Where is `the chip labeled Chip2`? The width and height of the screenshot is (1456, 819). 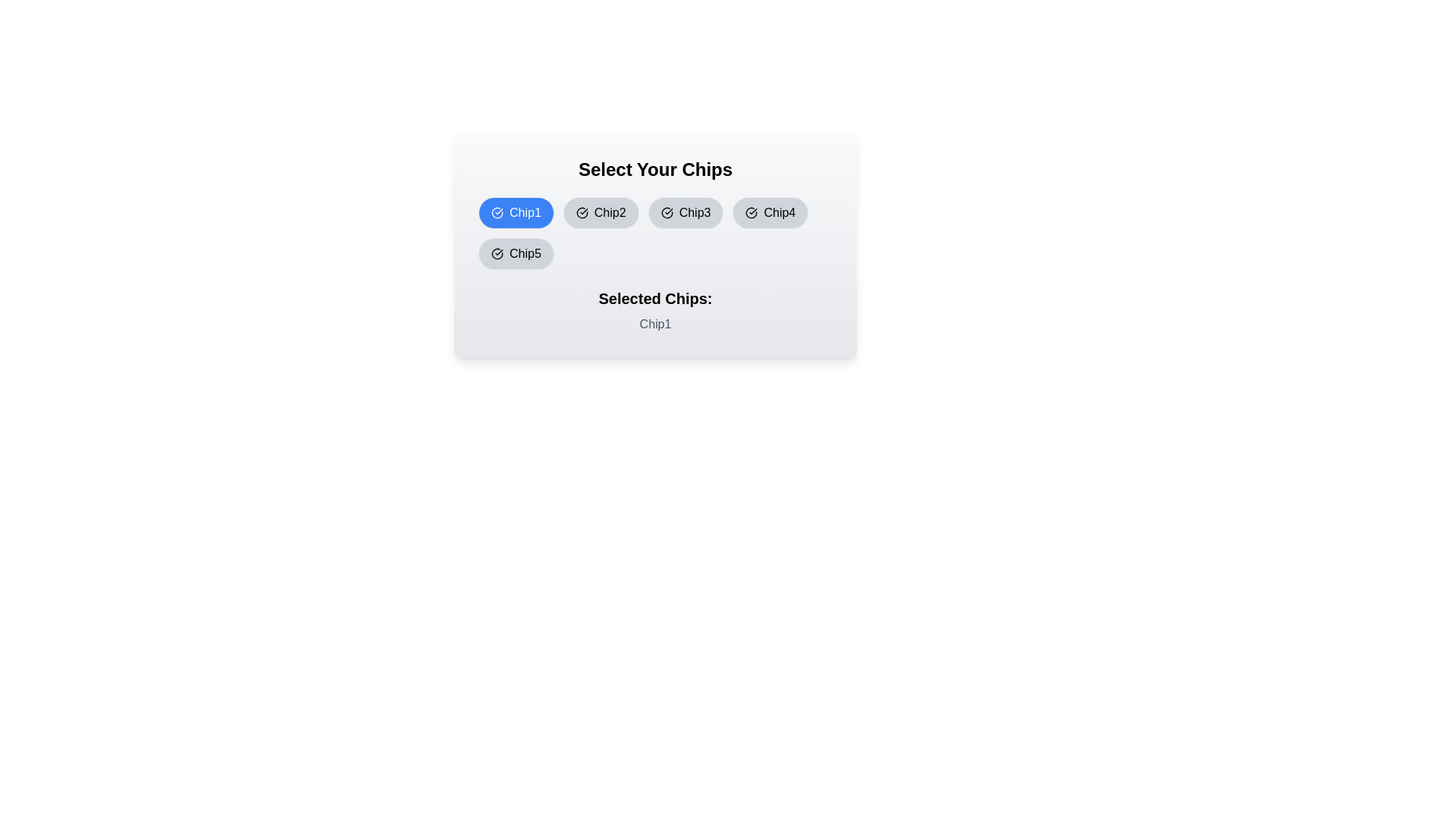
the chip labeled Chip2 is located at coordinates (600, 213).